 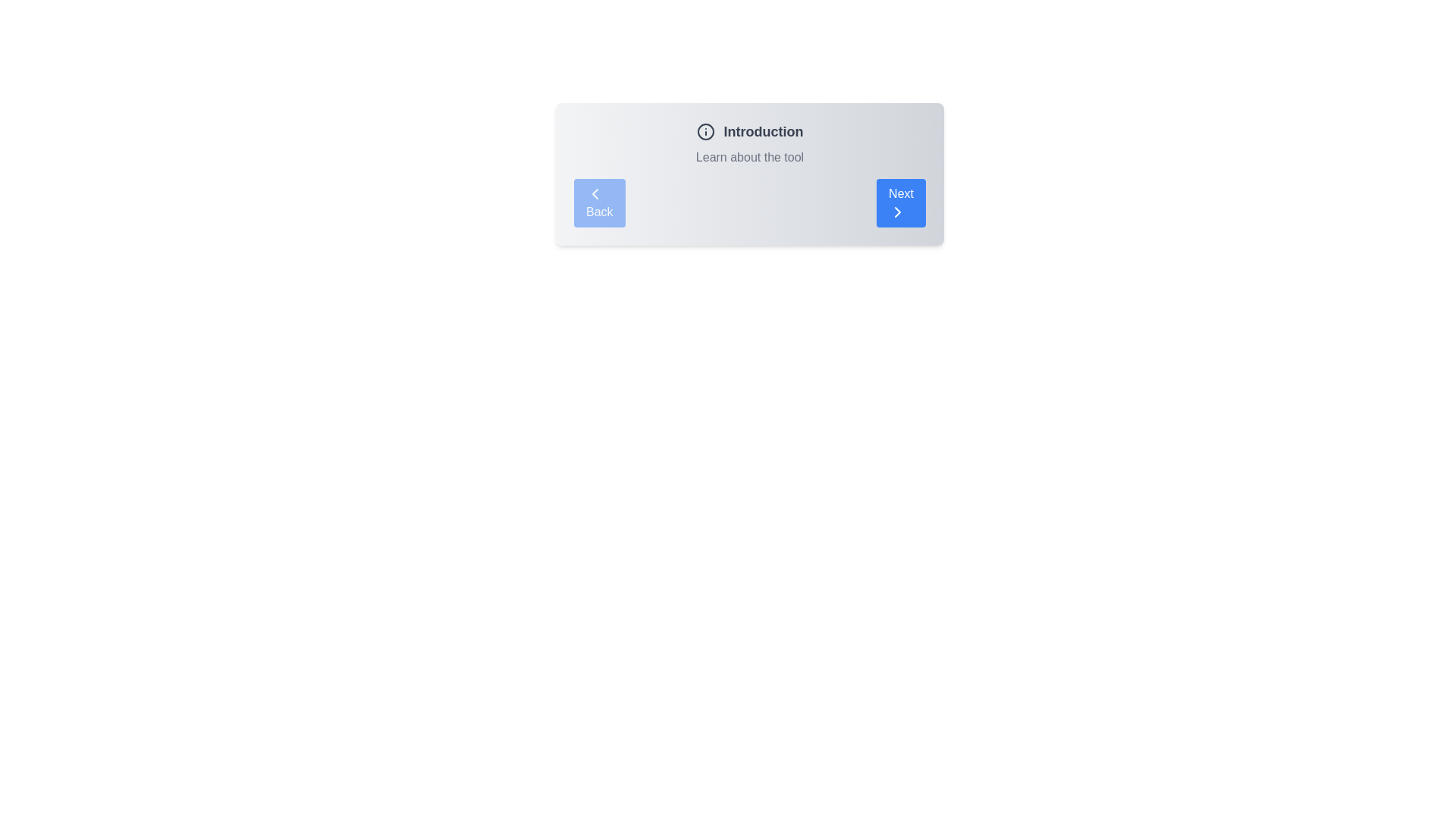 What do you see at coordinates (749, 158) in the screenshot?
I see `the Text label providing descriptive or instructional information located at the bottom of the 'Introduction' section, below the 'Introduction' text and info icon` at bounding box center [749, 158].